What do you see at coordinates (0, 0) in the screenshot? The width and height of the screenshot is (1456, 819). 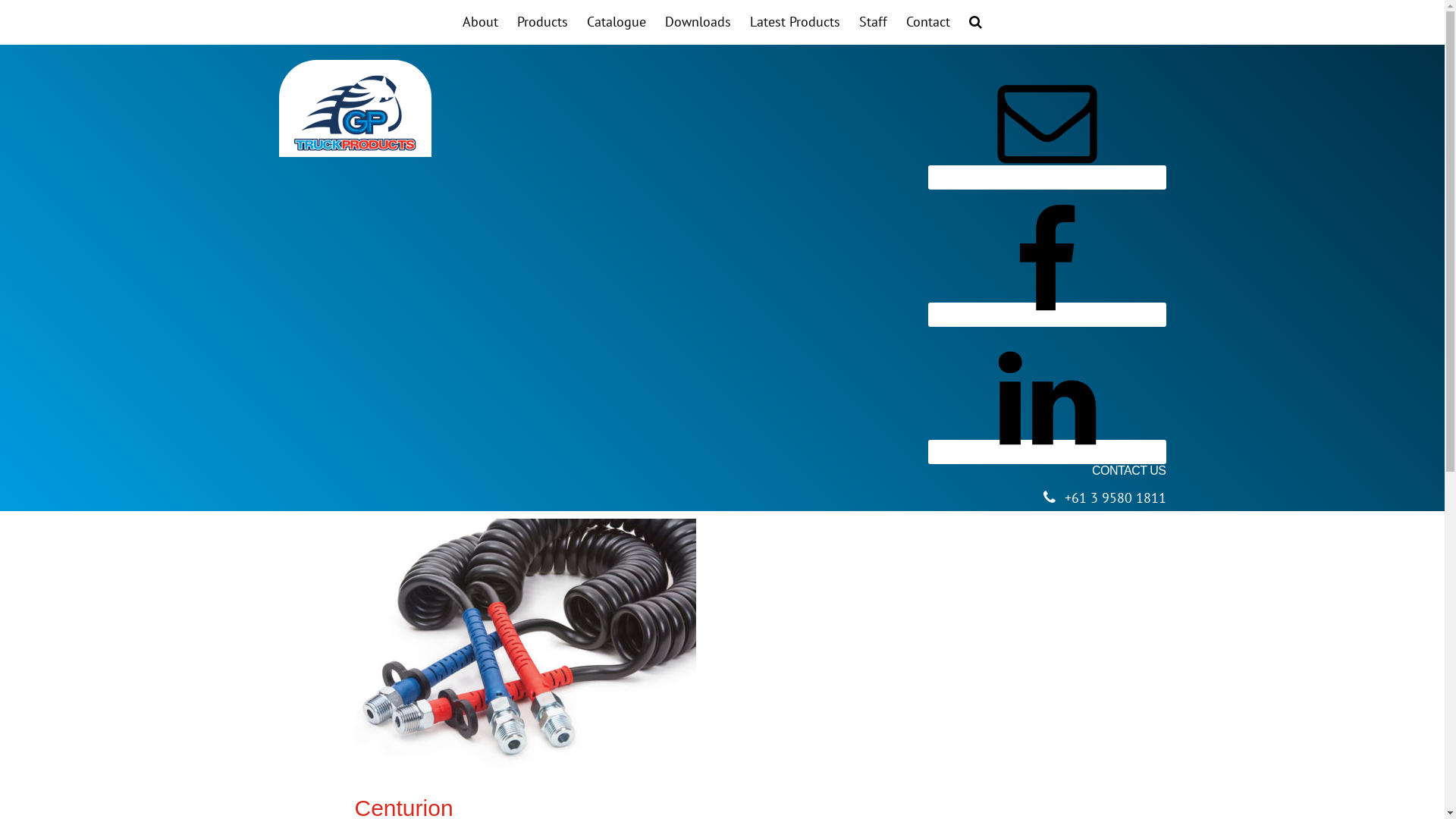 I see `'Skip to primary navigation'` at bounding box center [0, 0].